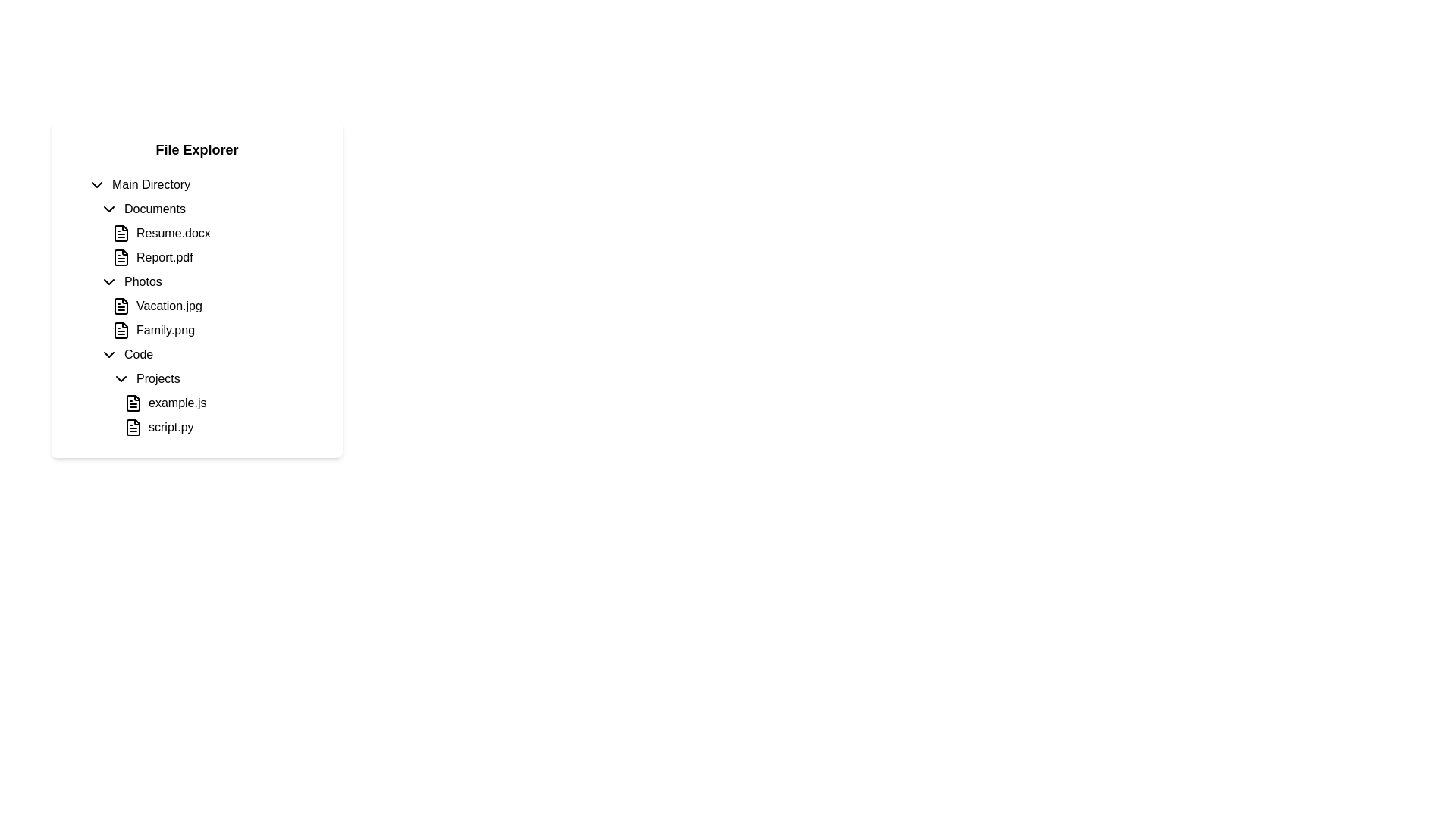 The image size is (1456, 819). Describe the element at coordinates (120, 306) in the screenshot. I see `the file icon representing a document, located to the left of 'Vacation.jpg' in the Photos section` at that location.